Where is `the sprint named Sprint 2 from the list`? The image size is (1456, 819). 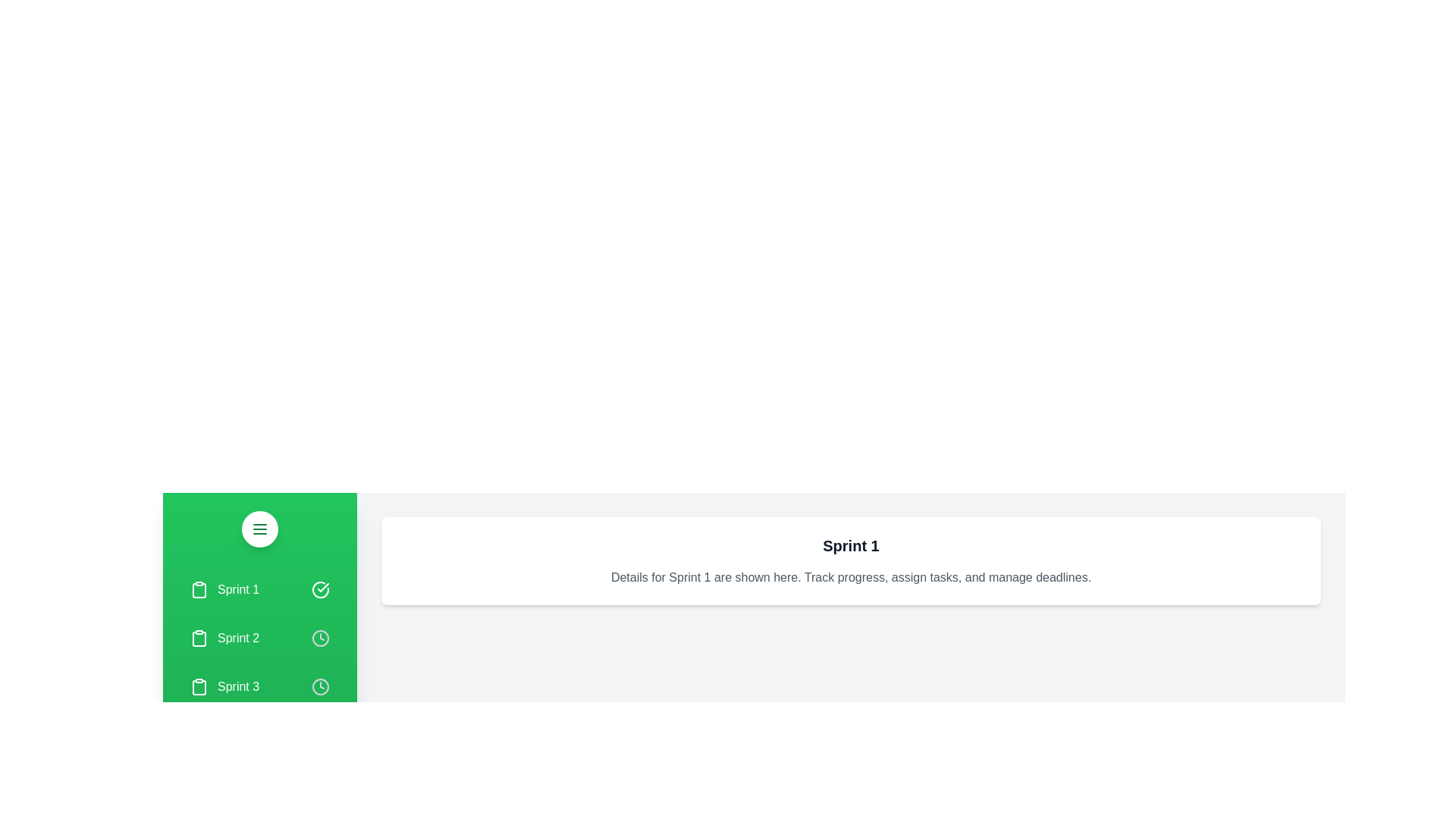 the sprint named Sprint 2 from the list is located at coordinates (259, 638).